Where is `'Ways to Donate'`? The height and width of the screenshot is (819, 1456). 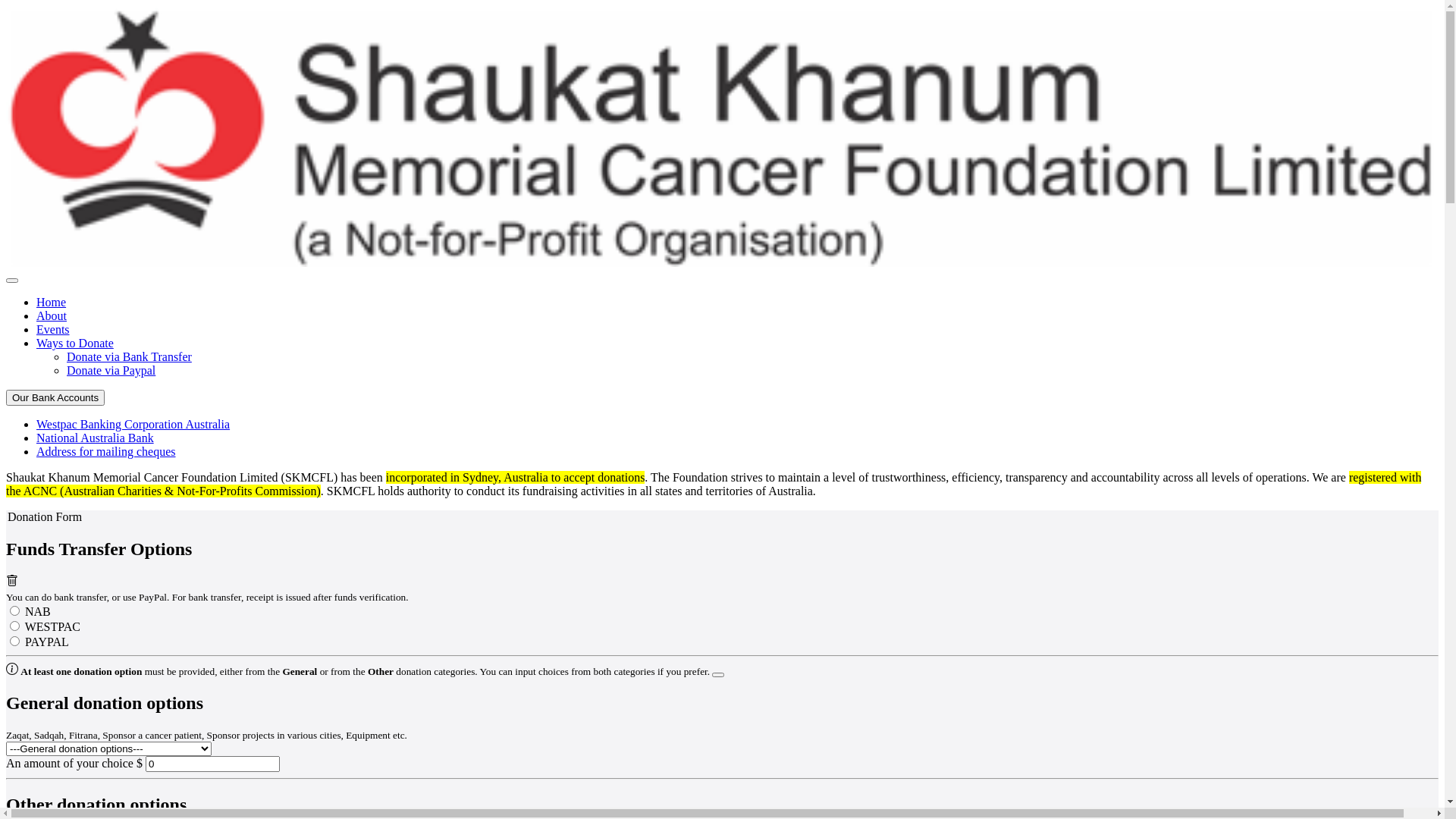
'Ways to Donate' is located at coordinates (74, 343).